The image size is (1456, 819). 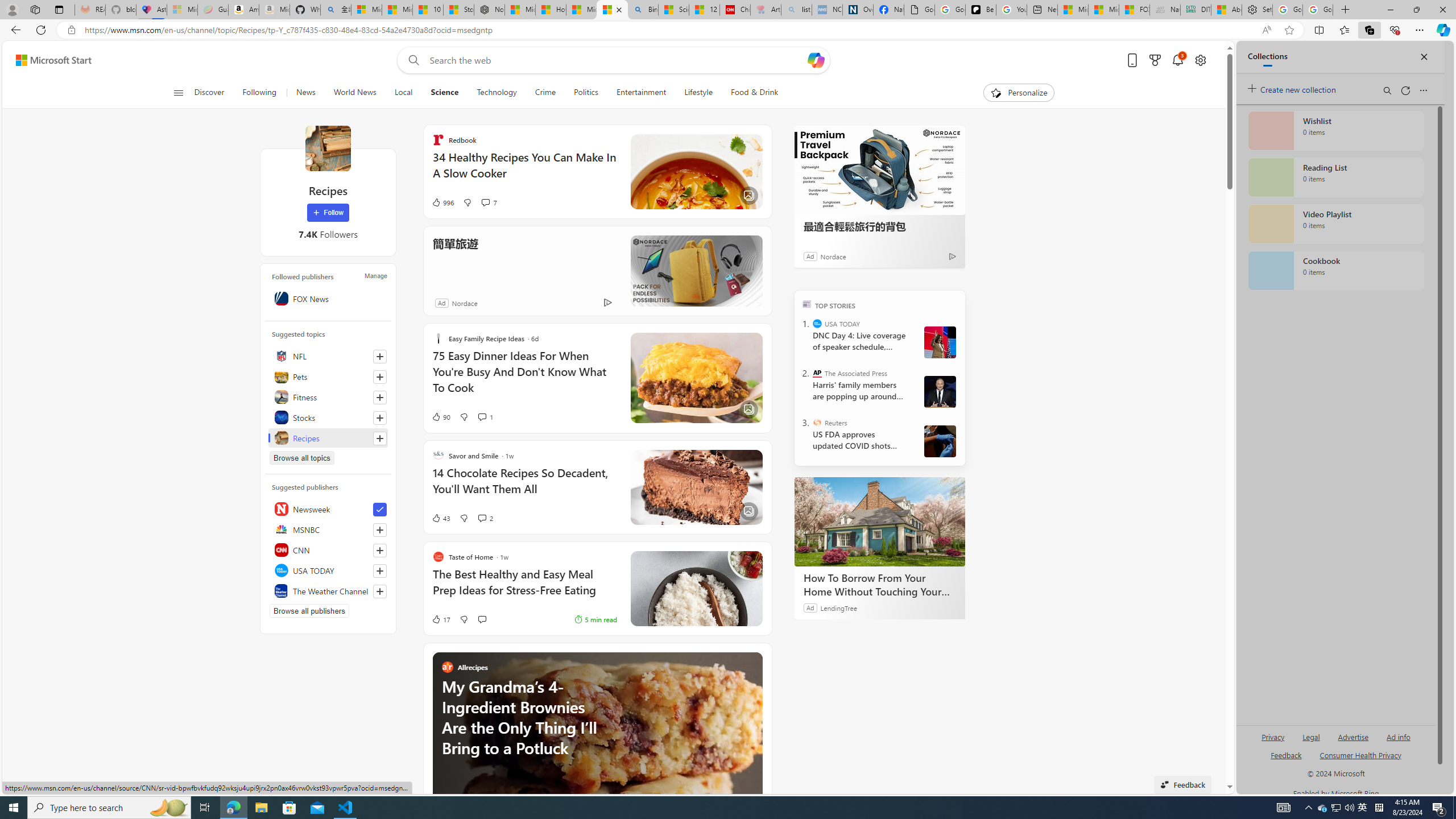 What do you see at coordinates (380, 510) in the screenshot?
I see `'Unfollow this source'` at bounding box center [380, 510].